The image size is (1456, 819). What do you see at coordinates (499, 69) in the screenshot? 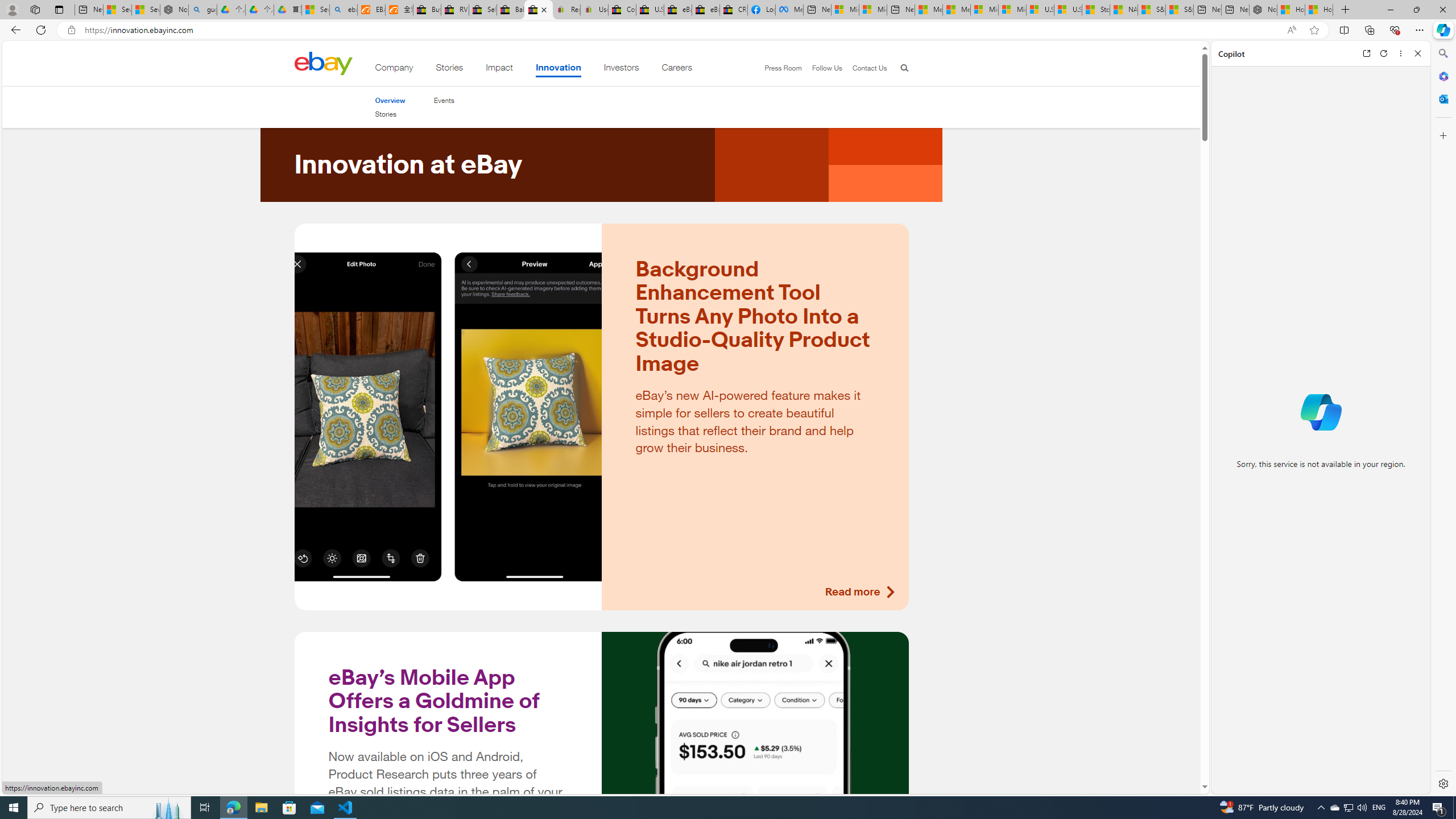
I see `'Impact'` at bounding box center [499, 69].